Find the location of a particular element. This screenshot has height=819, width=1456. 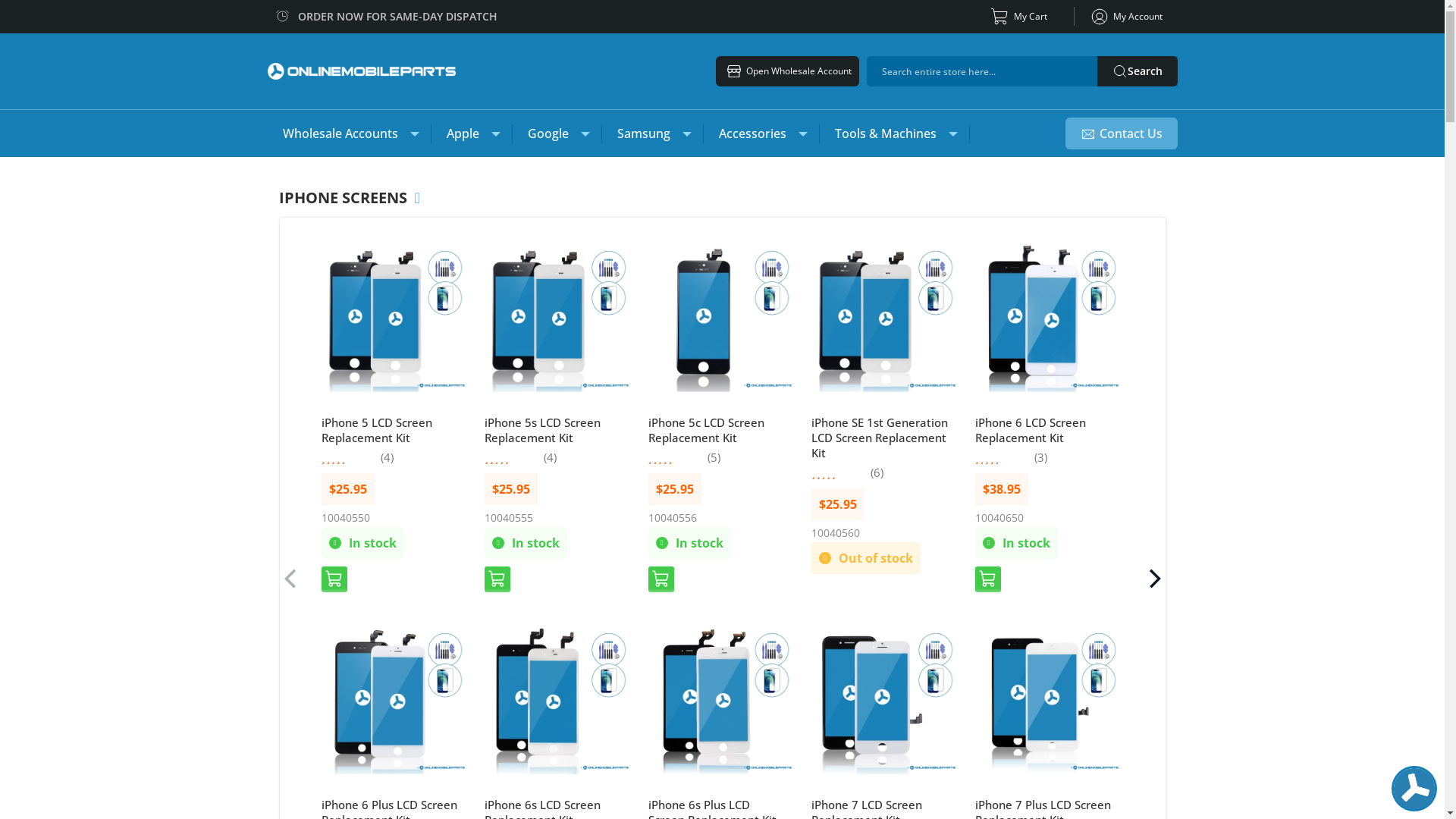

'iPhone 6 LCD Screen Replacement Kit' is located at coordinates (1030, 430).